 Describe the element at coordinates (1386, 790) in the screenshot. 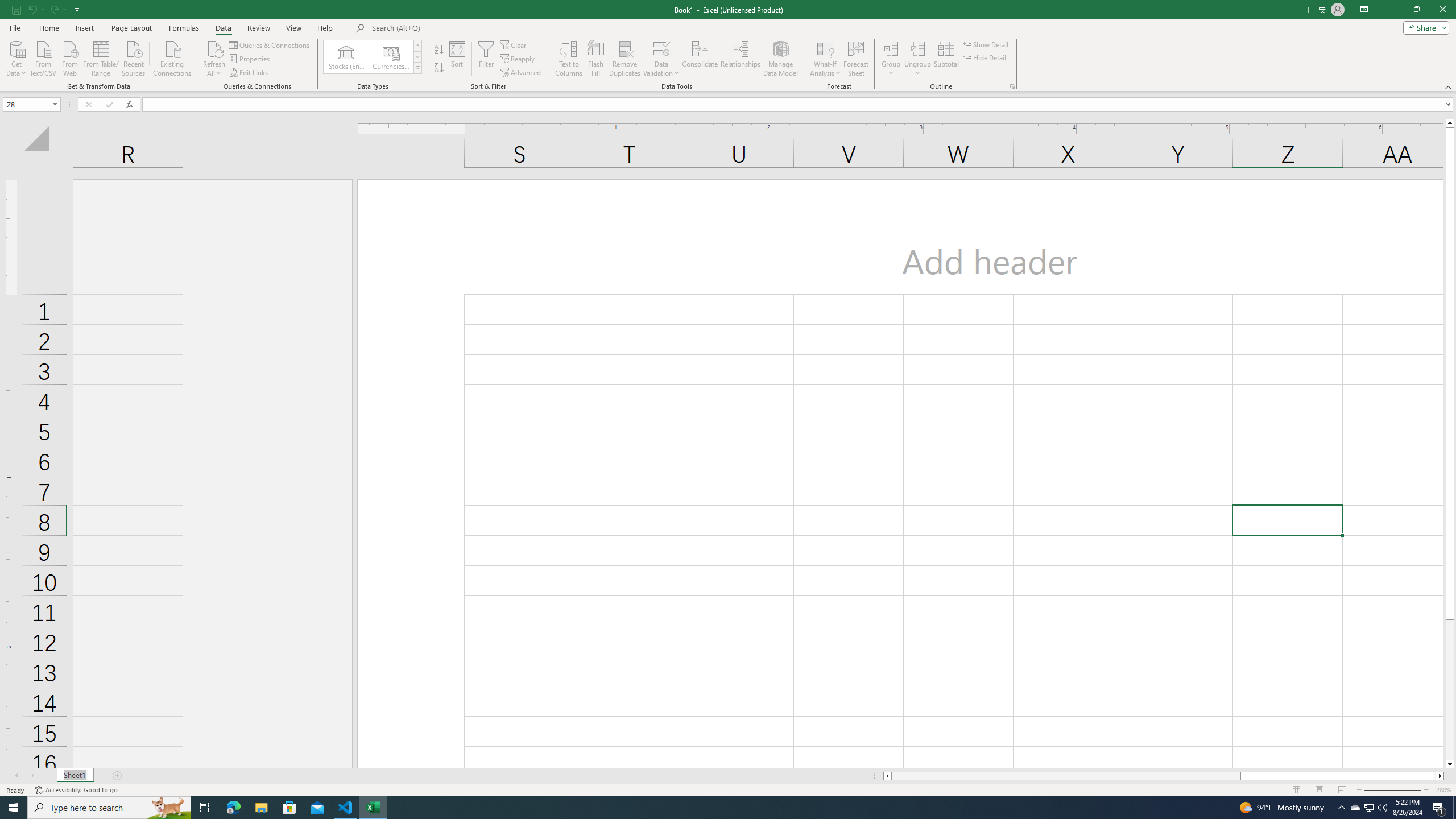

I see `'Zoom Out'` at that location.